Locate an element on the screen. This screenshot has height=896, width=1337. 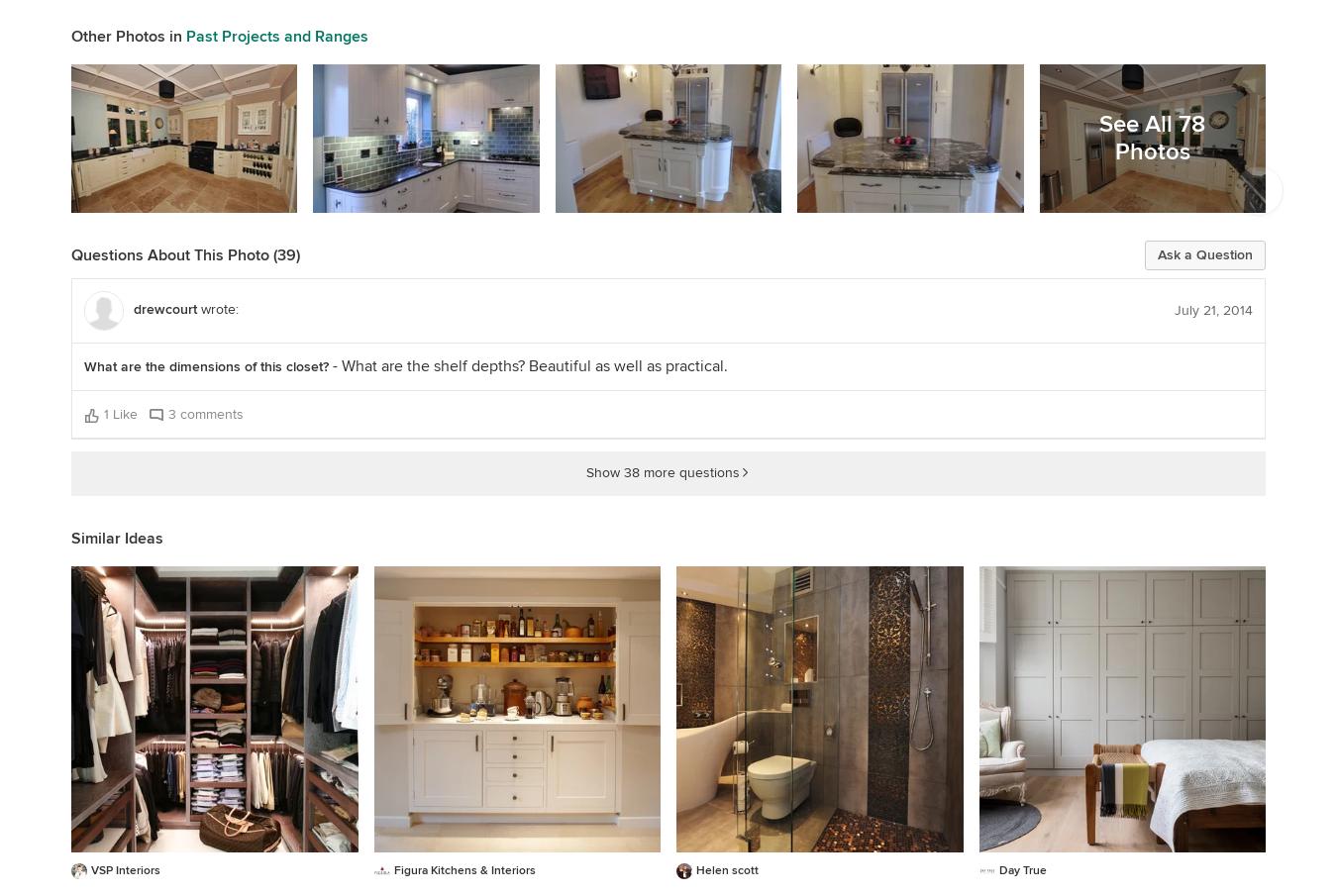
'VSP Interiors' is located at coordinates (126, 870).